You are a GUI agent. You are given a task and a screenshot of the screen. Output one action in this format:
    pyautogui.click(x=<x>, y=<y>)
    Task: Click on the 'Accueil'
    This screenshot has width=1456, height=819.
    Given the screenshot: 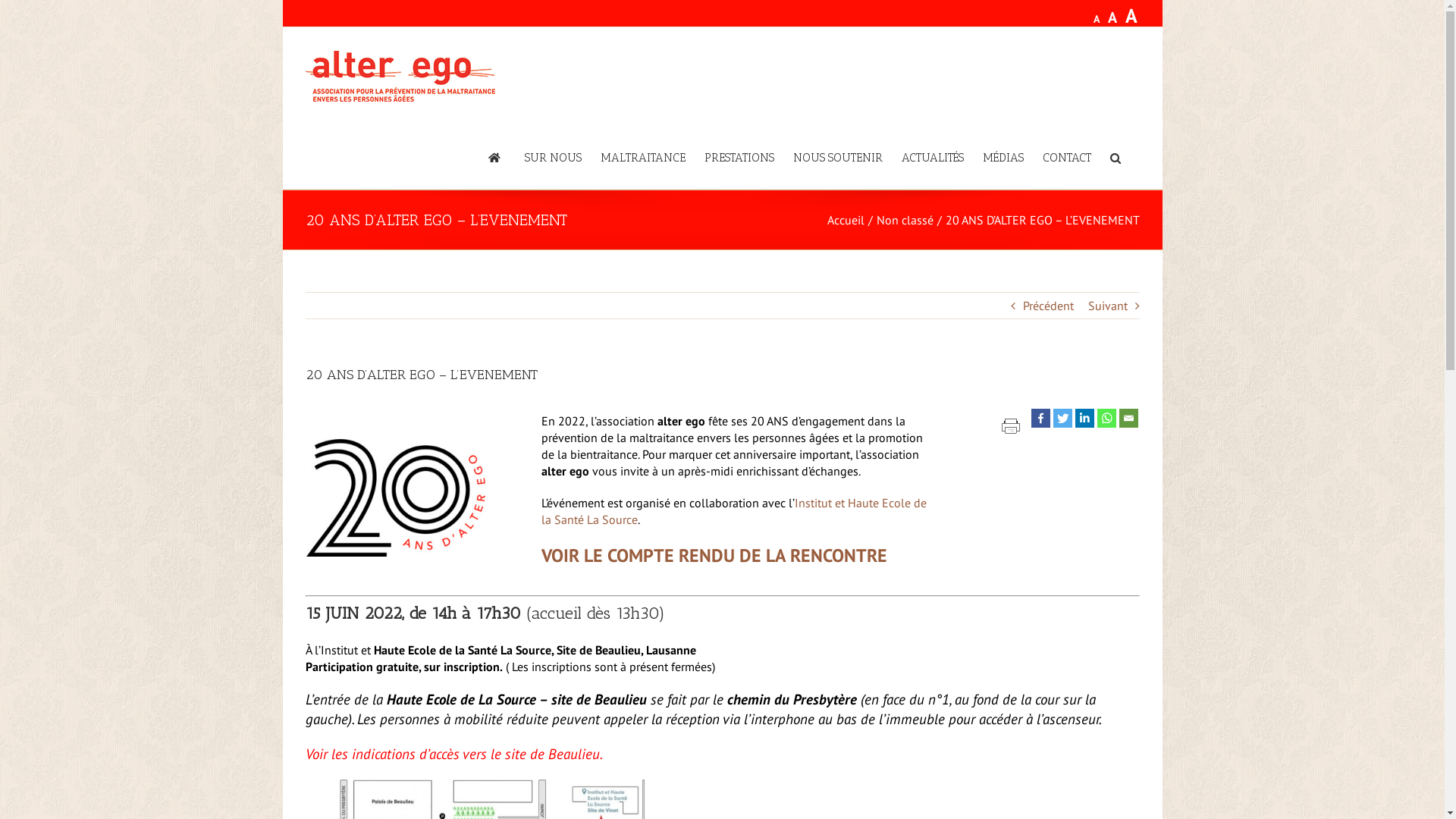 What is the action you would take?
    pyautogui.click(x=844, y=219)
    